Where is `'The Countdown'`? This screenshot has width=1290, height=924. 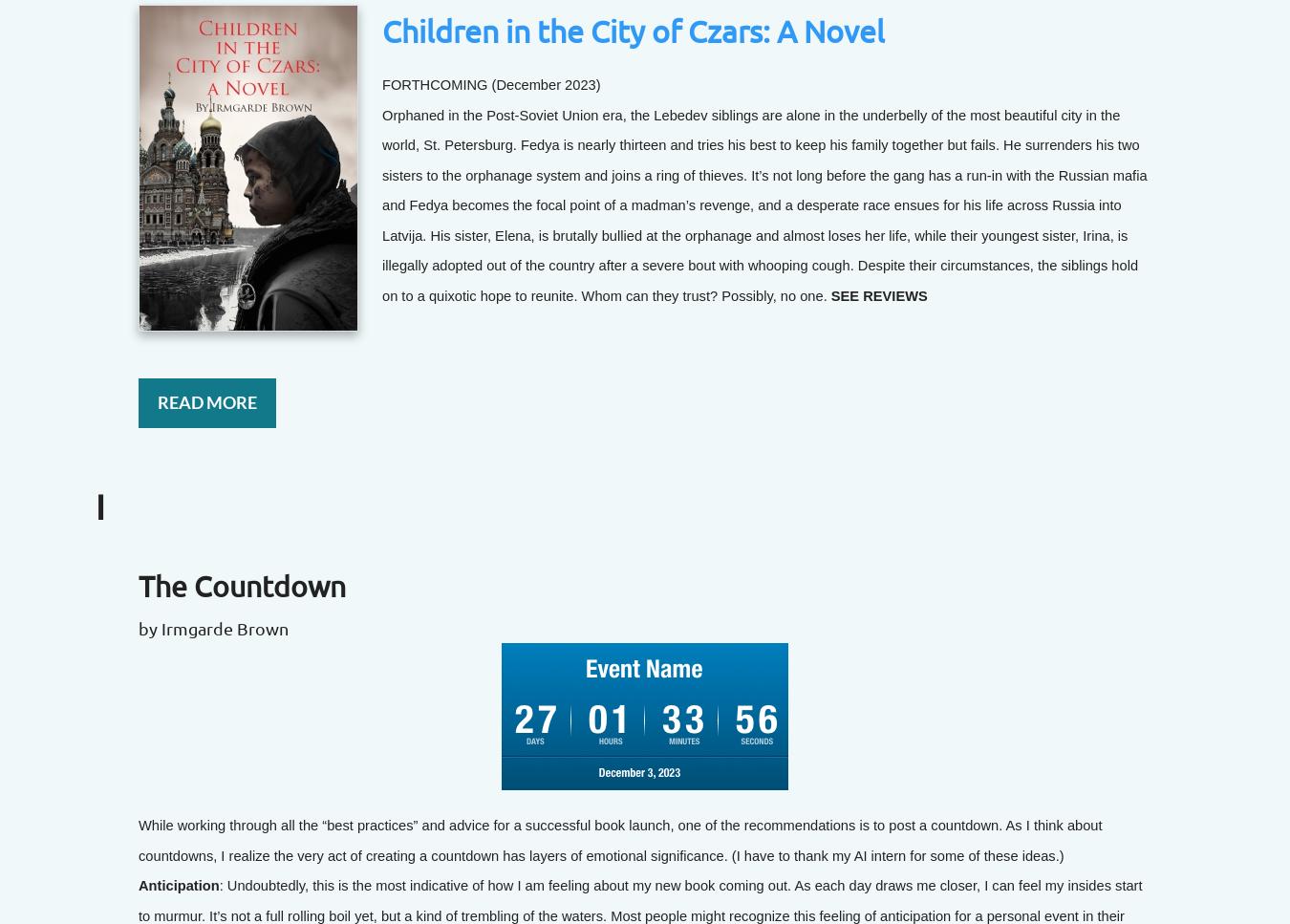
'The Countdown' is located at coordinates (241, 585).